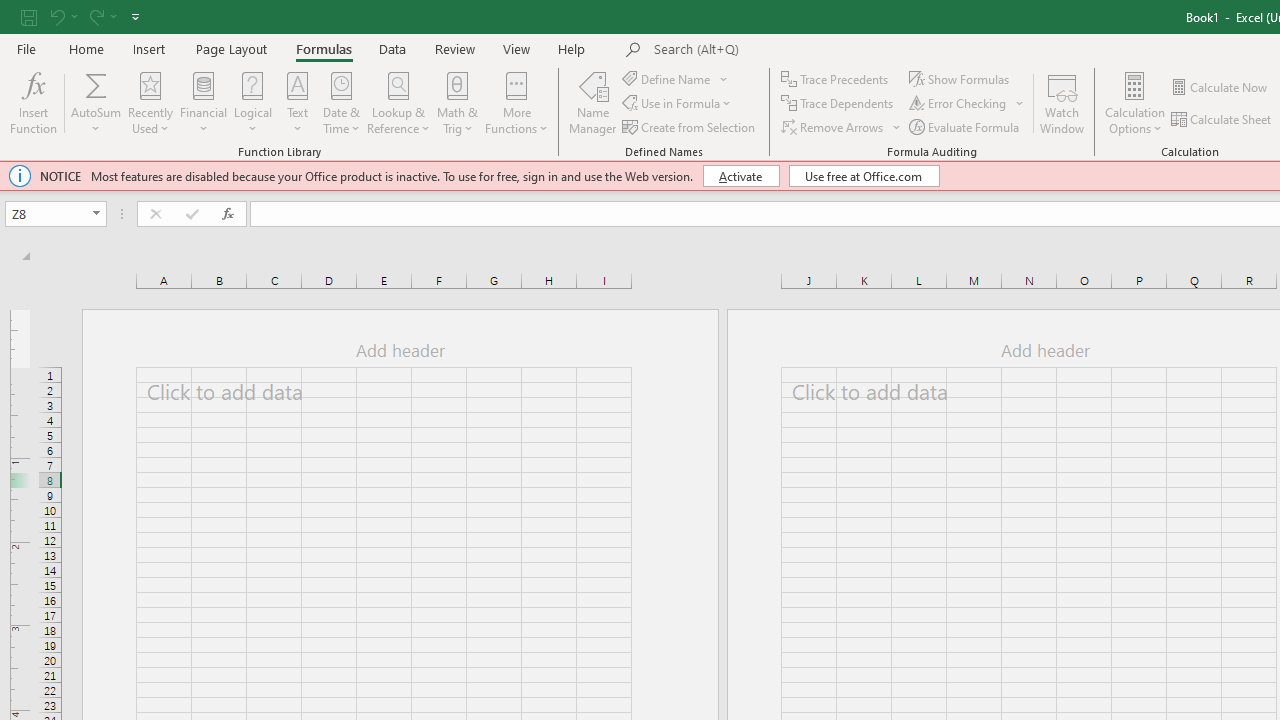 The height and width of the screenshot is (720, 1280). I want to click on 'Trace Dependents', so click(839, 103).